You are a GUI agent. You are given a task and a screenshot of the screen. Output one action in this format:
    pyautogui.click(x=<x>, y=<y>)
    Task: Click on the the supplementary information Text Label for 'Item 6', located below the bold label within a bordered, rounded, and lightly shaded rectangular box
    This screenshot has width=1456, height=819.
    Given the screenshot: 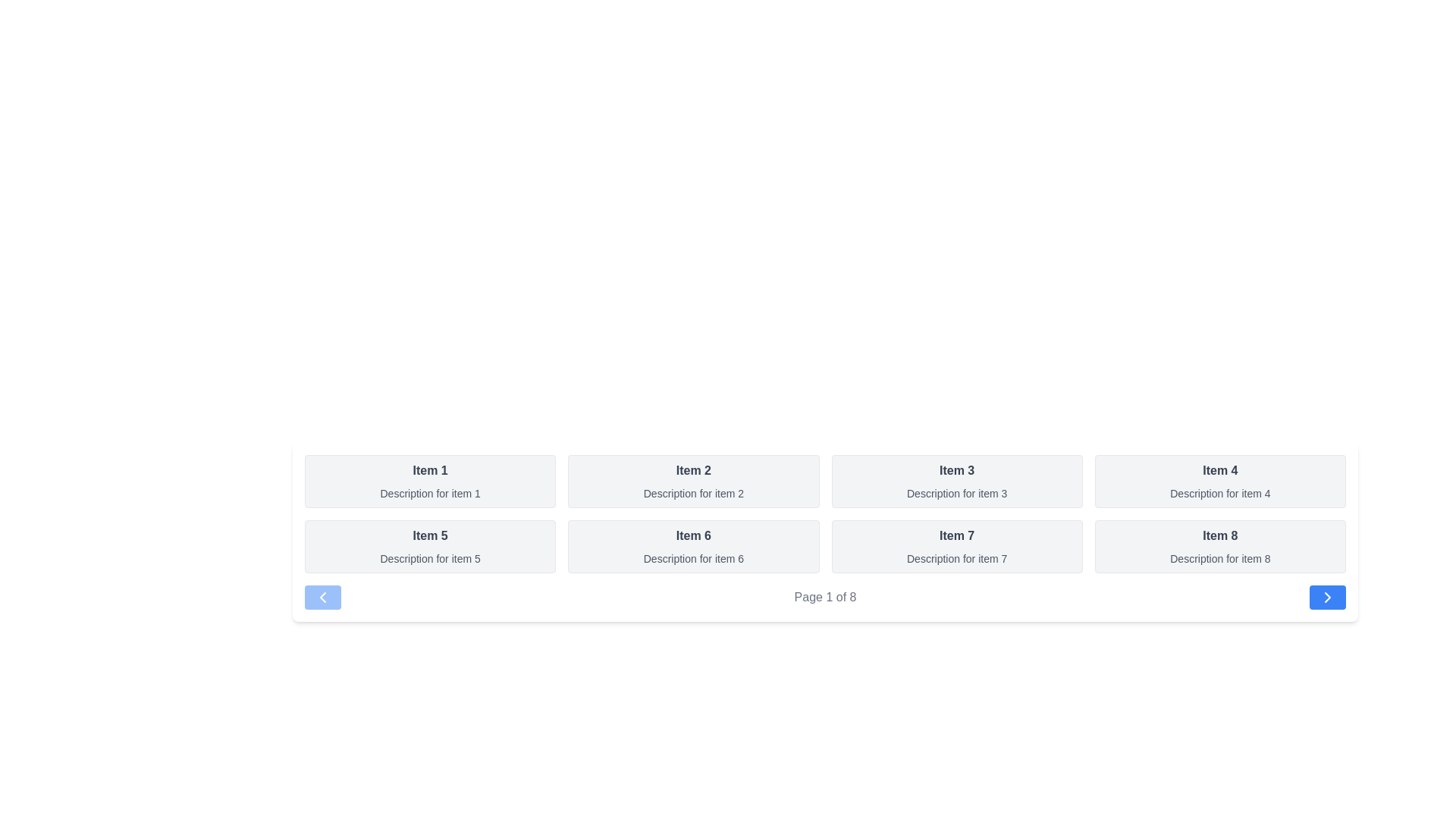 What is the action you would take?
    pyautogui.click(x=692, y=558)
    